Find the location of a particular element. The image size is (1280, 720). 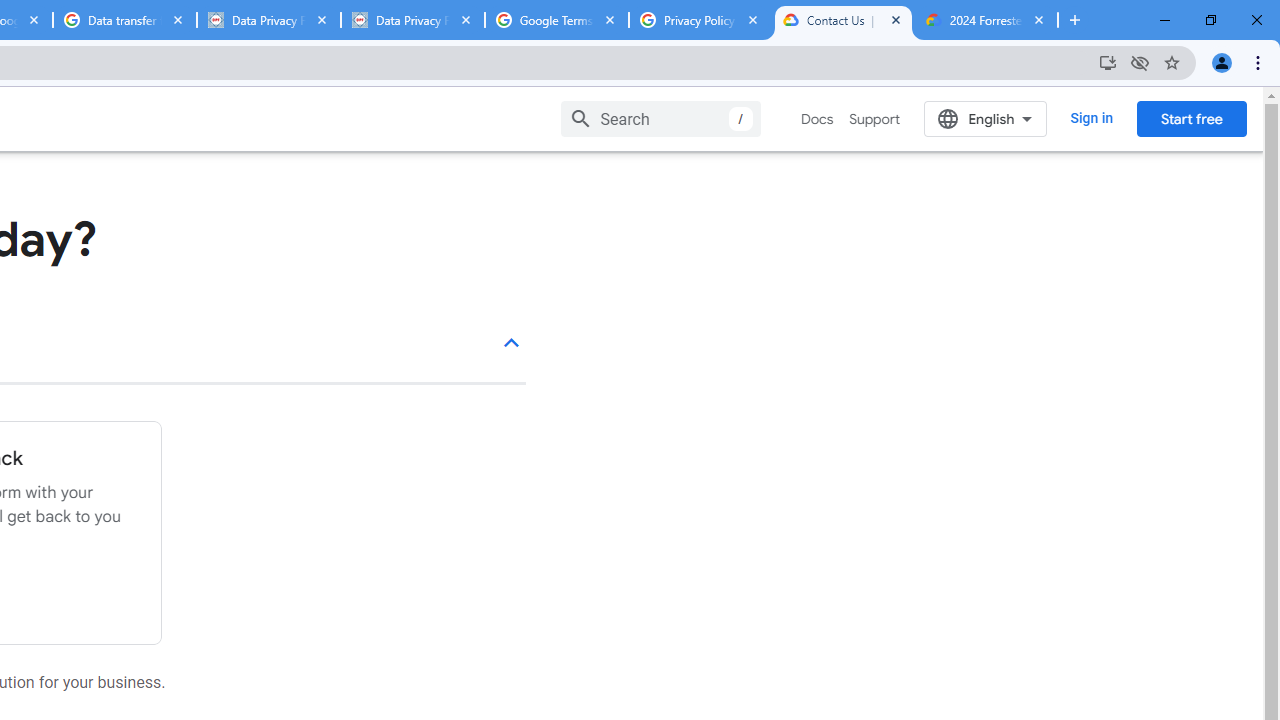

'Start free' is located at coordinates (1191, 118).